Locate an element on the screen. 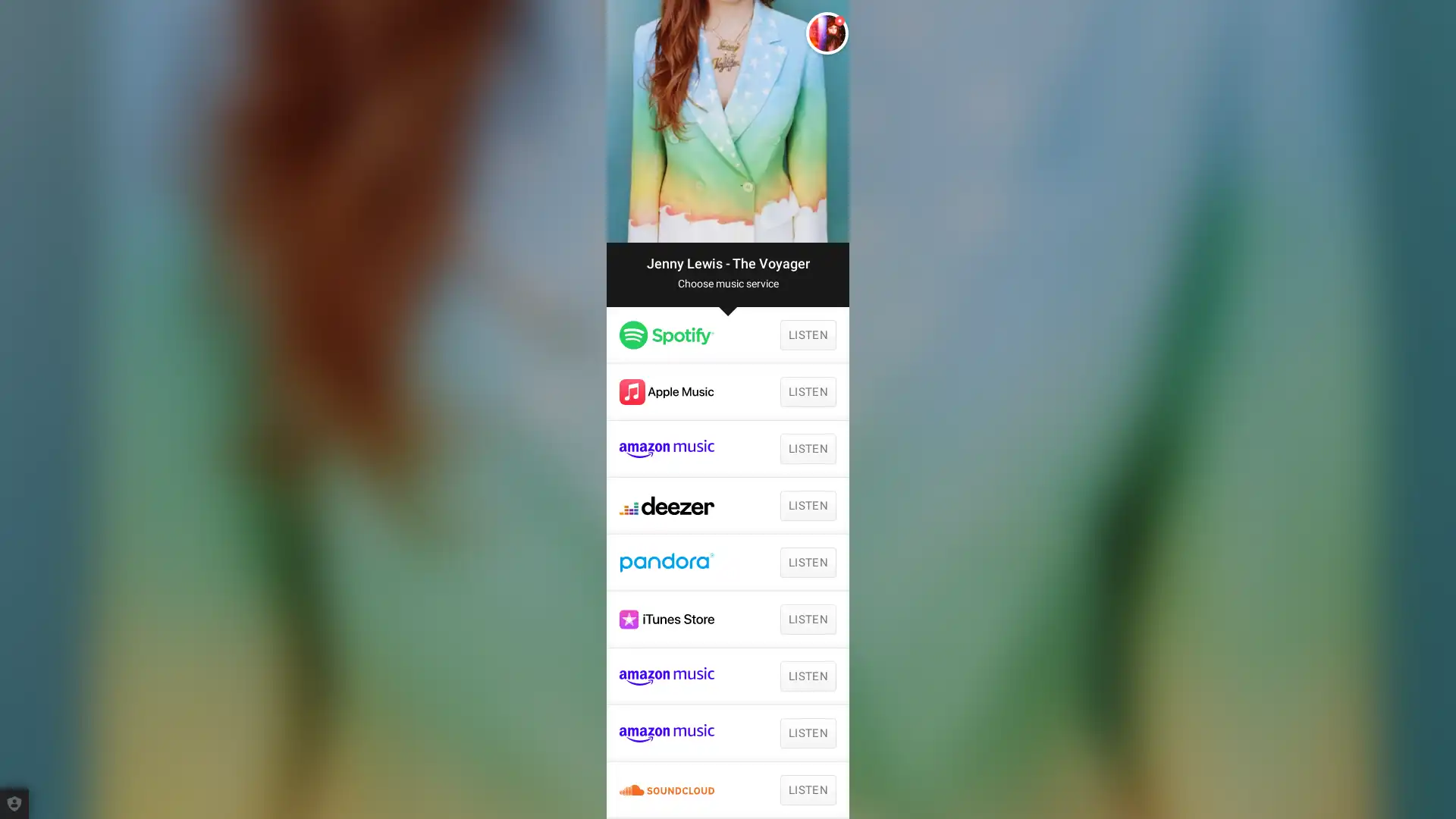  LISTEN is located at coordinates (807, 447).